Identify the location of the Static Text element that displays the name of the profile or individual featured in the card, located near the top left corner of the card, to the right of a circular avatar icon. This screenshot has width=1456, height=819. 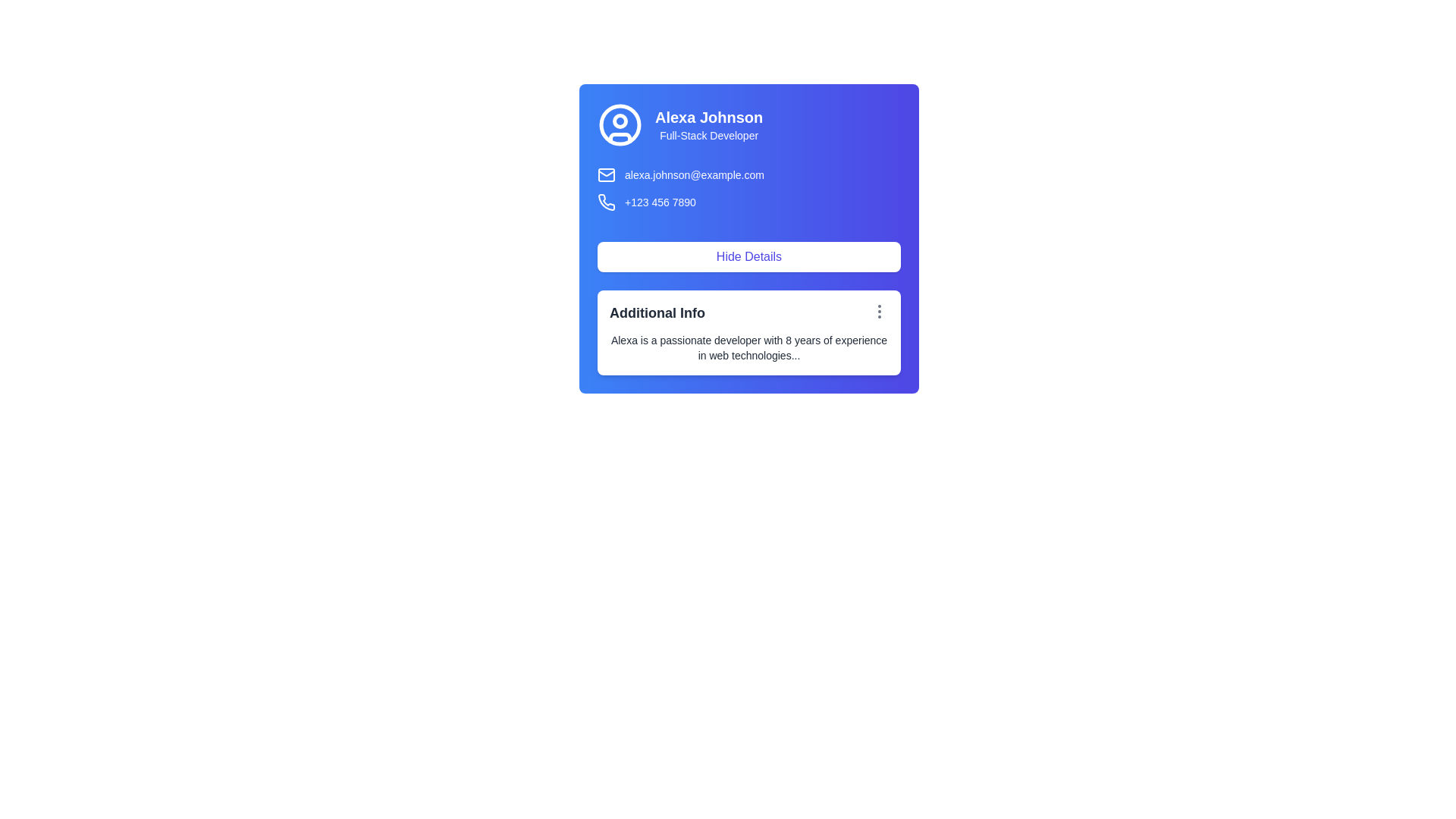
(708, 116).